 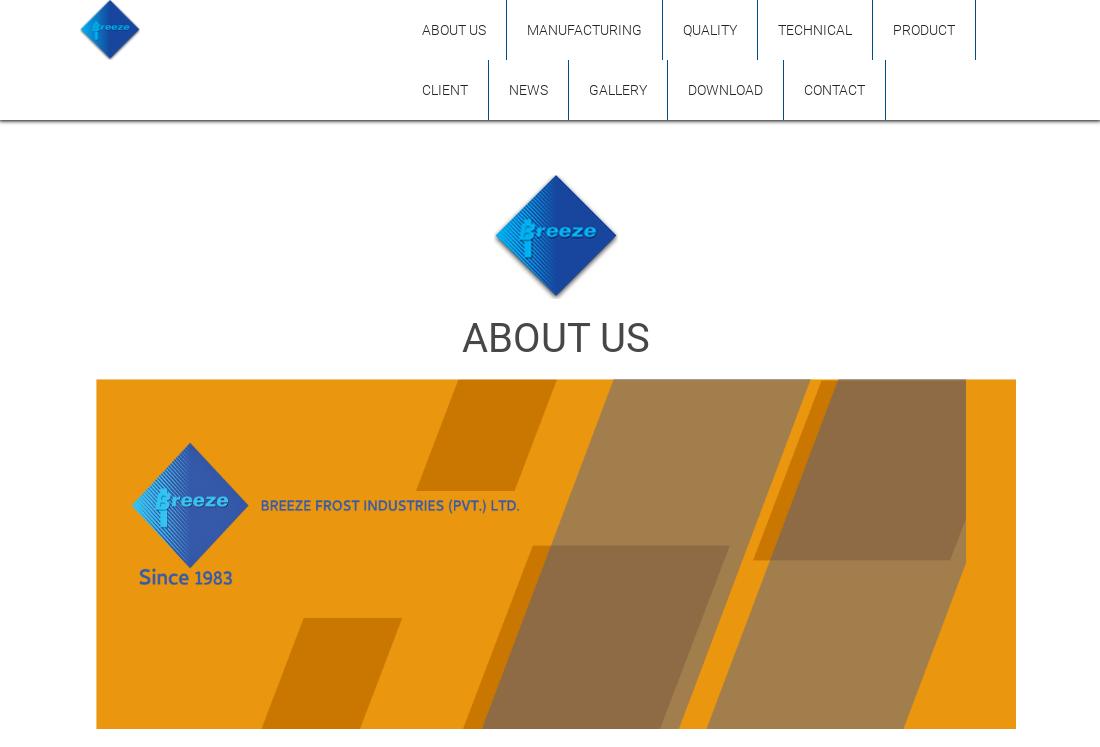 What do you see at coordinates (778, 30) in the screenshot?
I see `'Technical'` at bounding box center [778, 30].